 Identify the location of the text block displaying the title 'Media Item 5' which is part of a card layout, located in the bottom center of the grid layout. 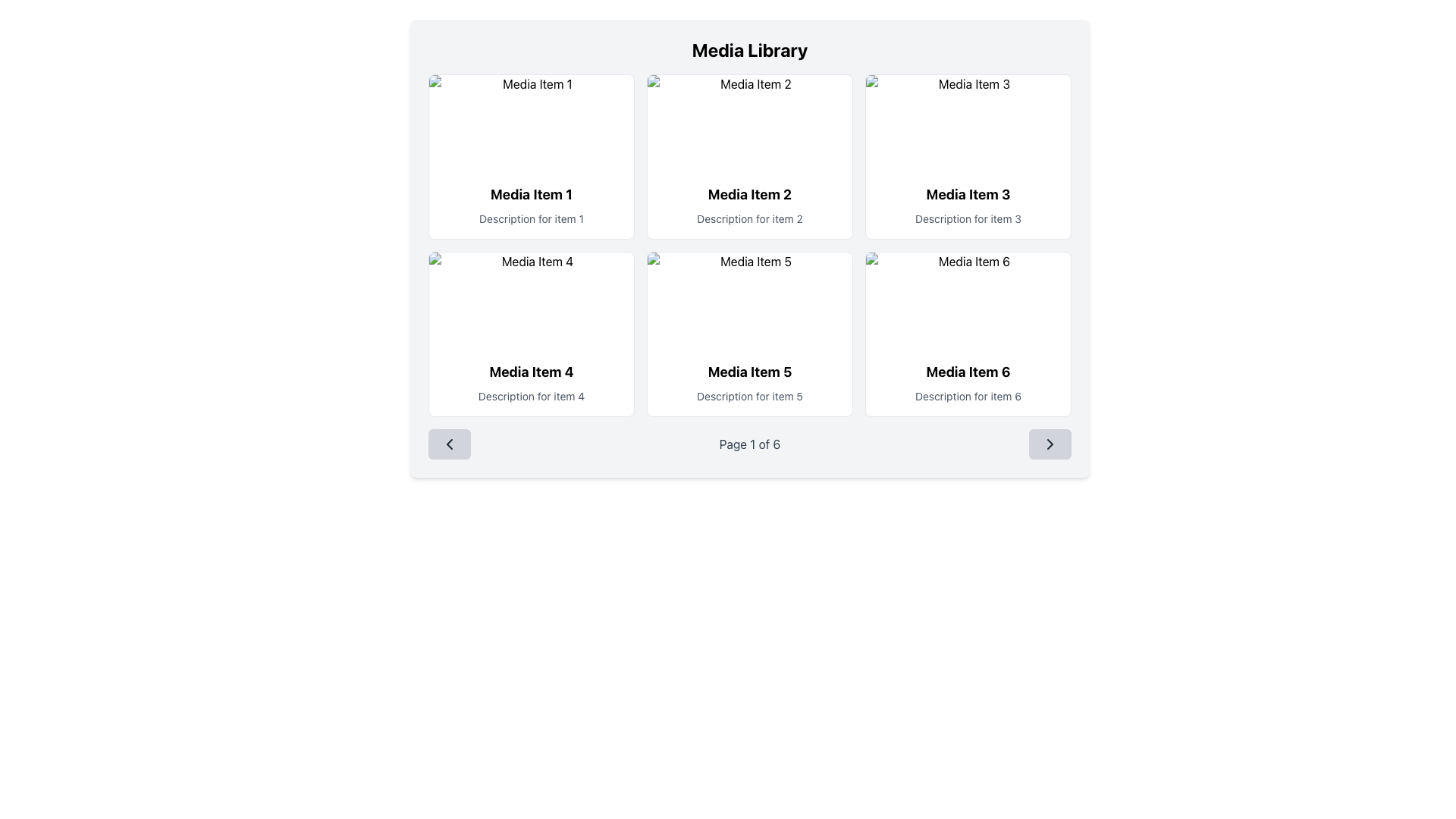
(749, 382).